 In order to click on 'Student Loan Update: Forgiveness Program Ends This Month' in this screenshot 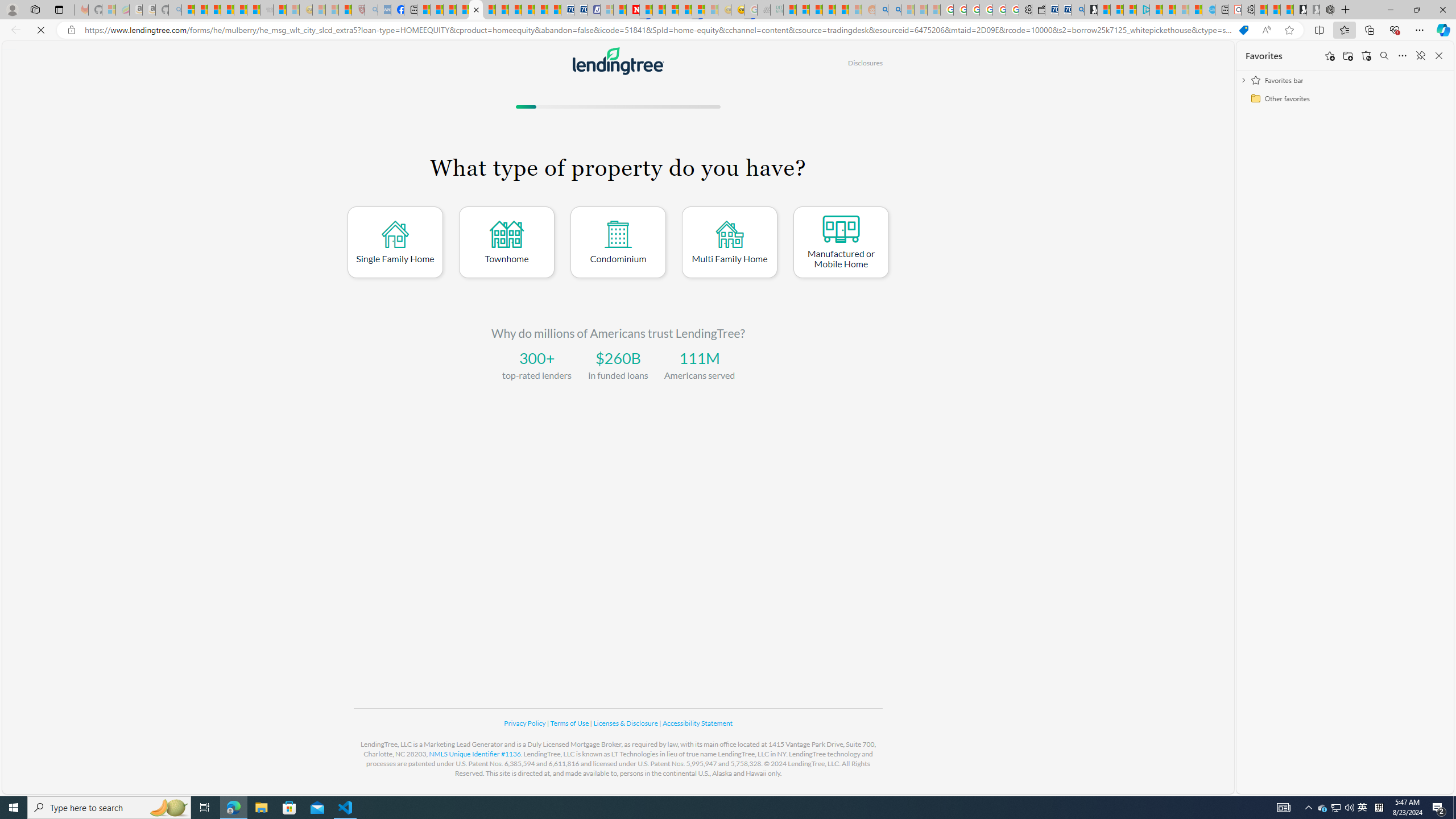, I will do `click(841, 9)`.